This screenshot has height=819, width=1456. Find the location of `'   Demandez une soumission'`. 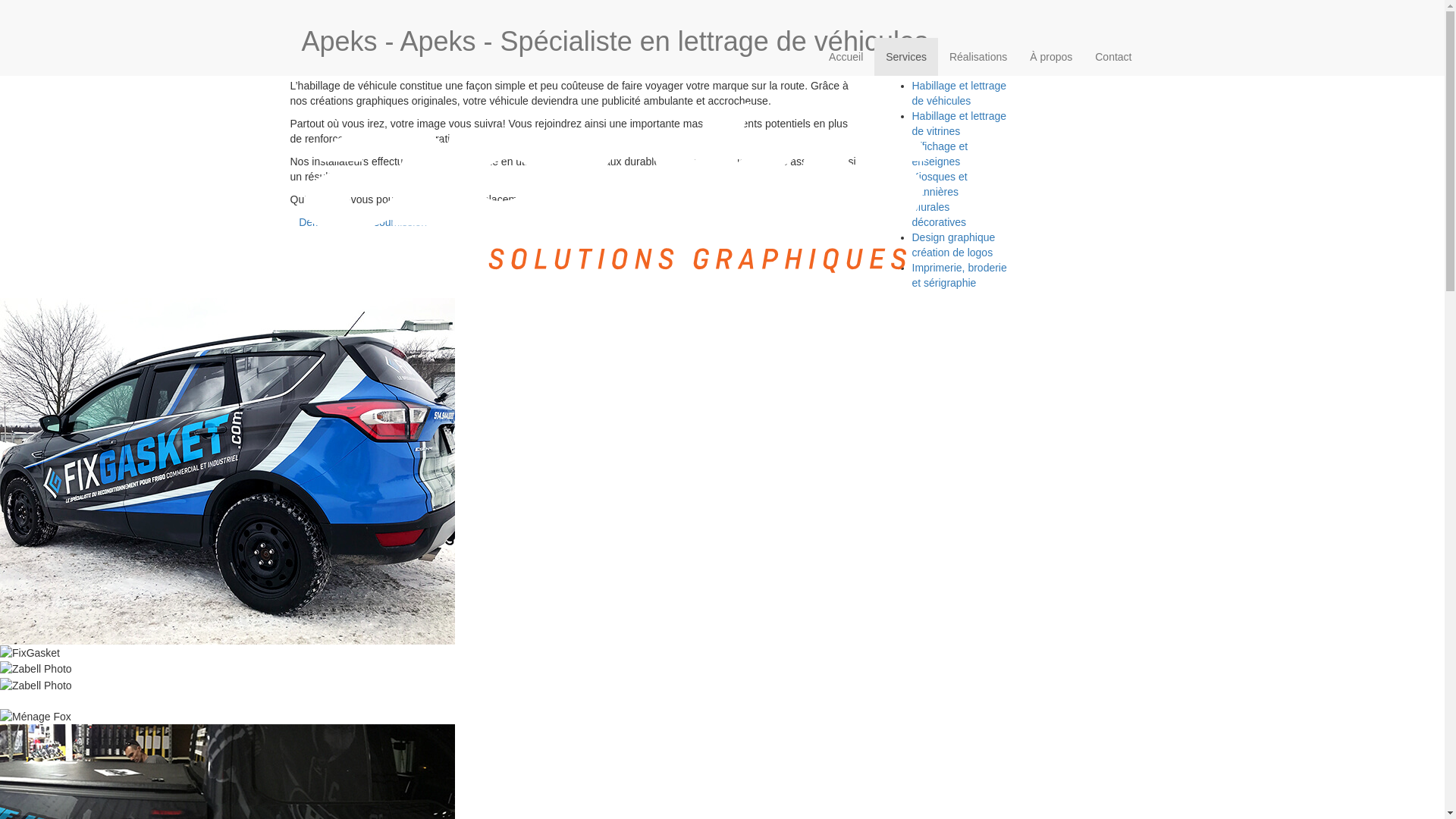

'   Demandez une soumission' is located at coordinates (357, 222).